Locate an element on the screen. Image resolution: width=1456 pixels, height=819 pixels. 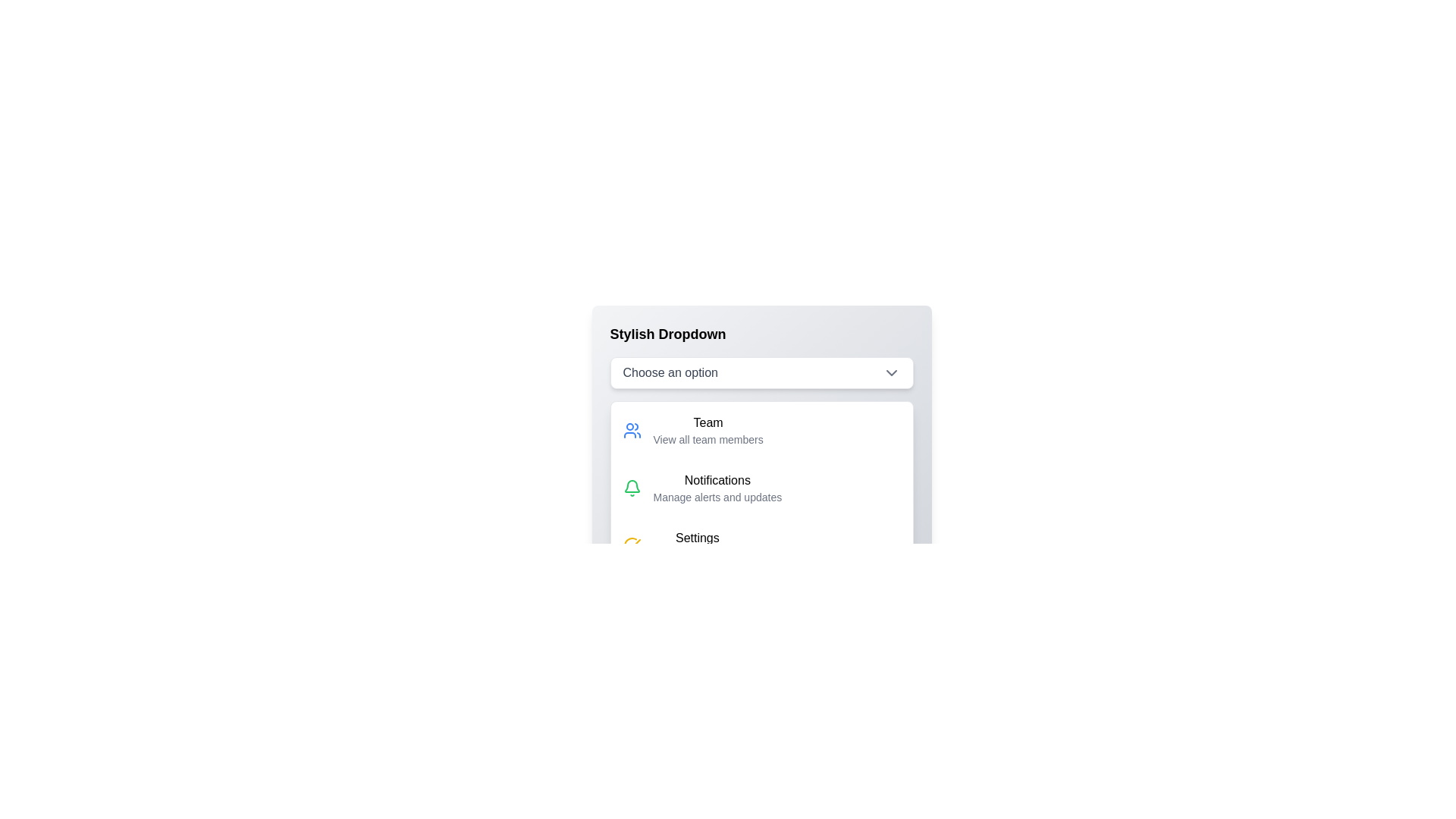
the notification icon that is positioned to the far-left of the 'Notifications' text label in the dropdown entry is located at coordinates (632, 488).